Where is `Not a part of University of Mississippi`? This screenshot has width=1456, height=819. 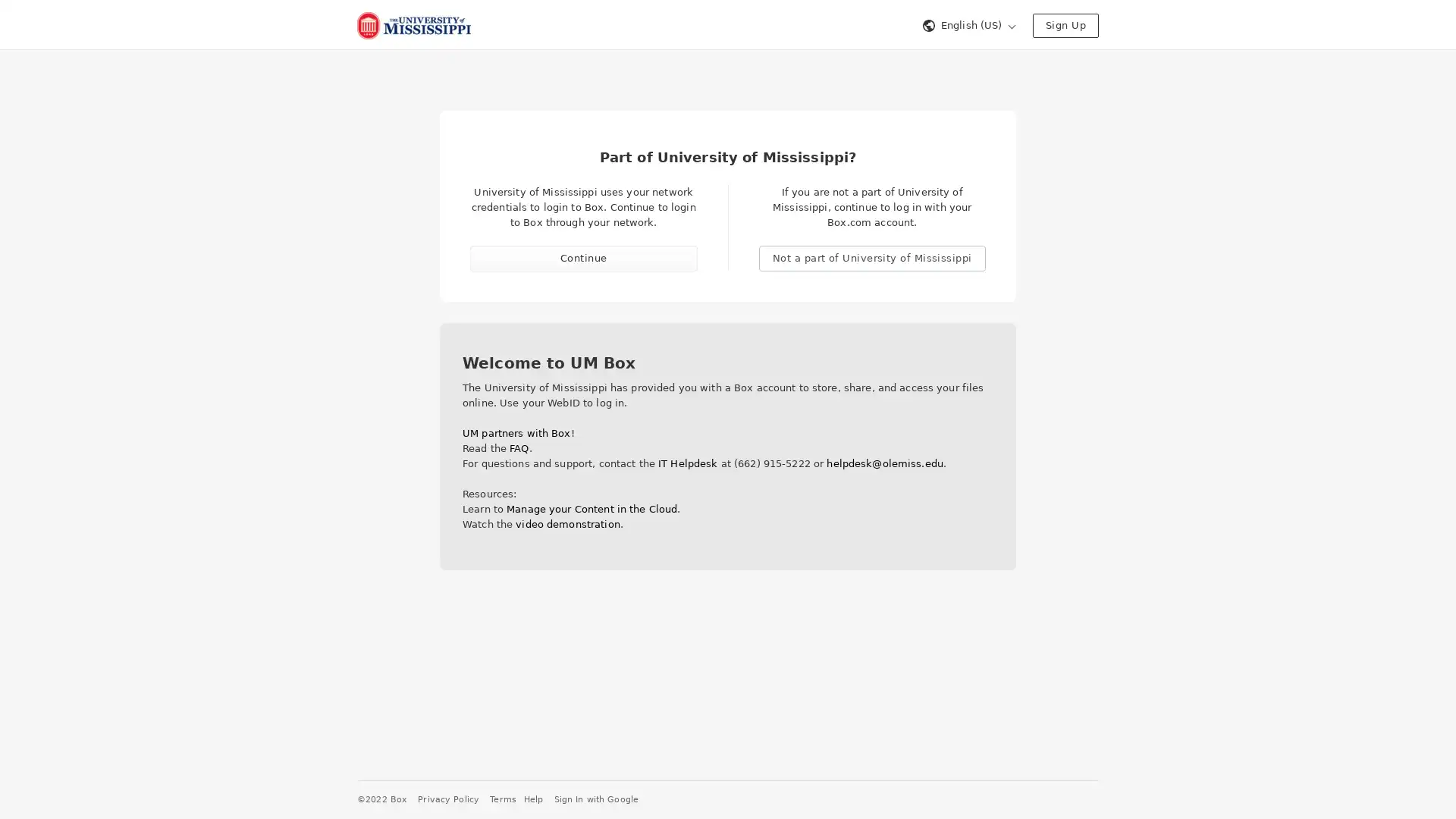 Not a part of University of Mississippi is located at coordinates (872, 257).